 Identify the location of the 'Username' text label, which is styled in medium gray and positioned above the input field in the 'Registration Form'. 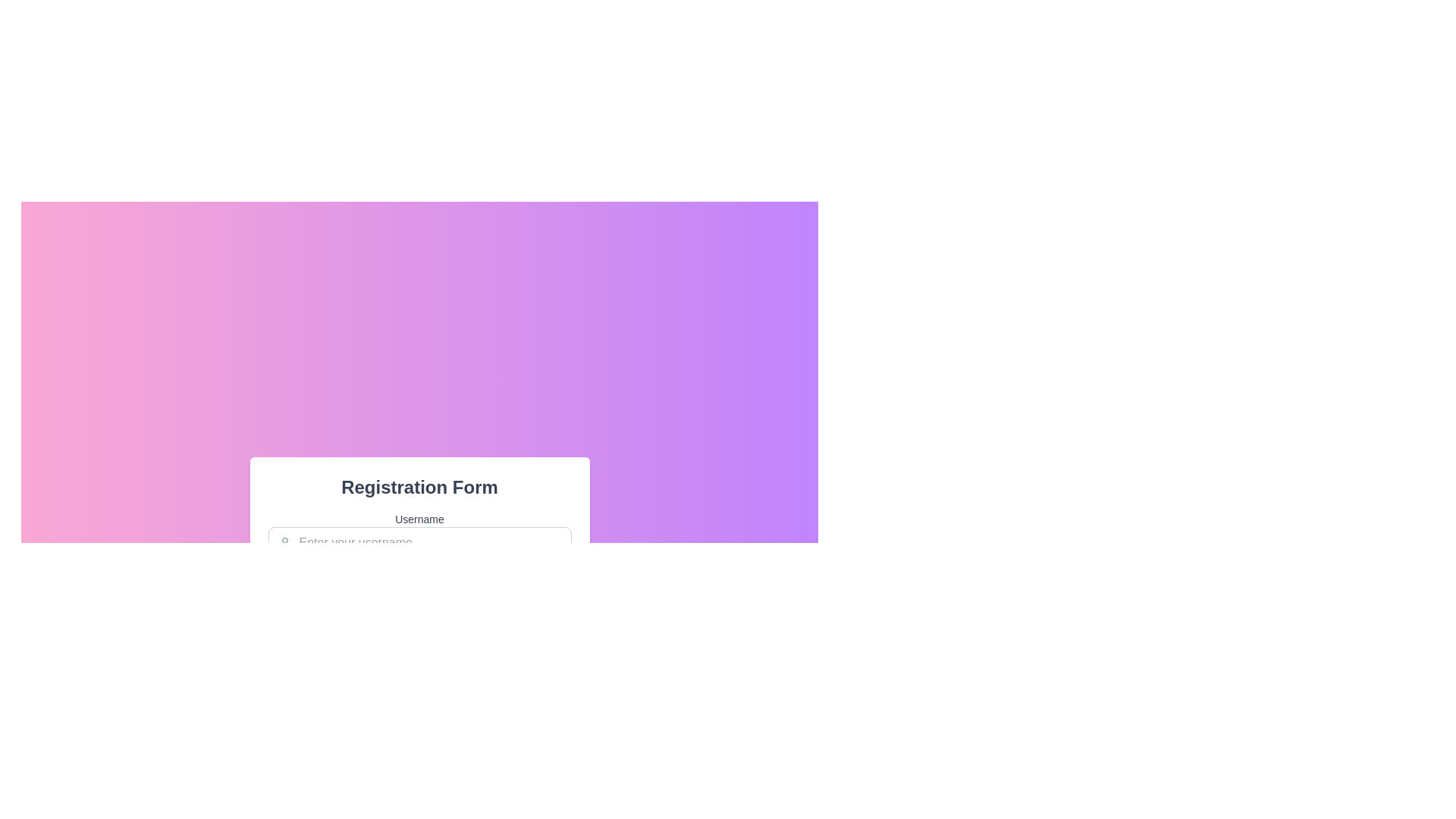
(419, 519).